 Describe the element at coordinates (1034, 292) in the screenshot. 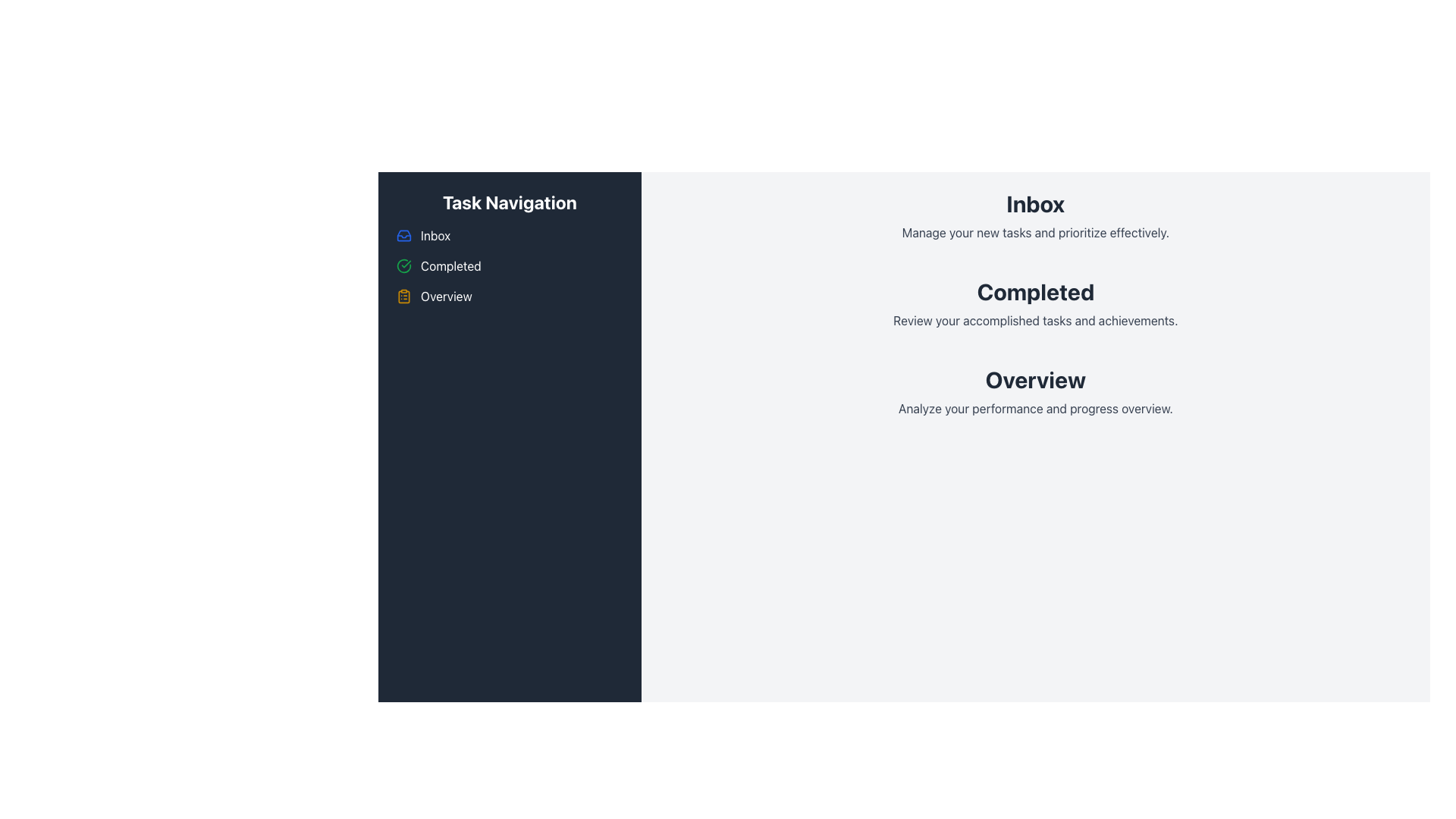

I see `the Title or Heading element that indicates the topic of completed tasks and achievements, which contains the text 'Review your accomplished tasks and achievements.'` at that location.